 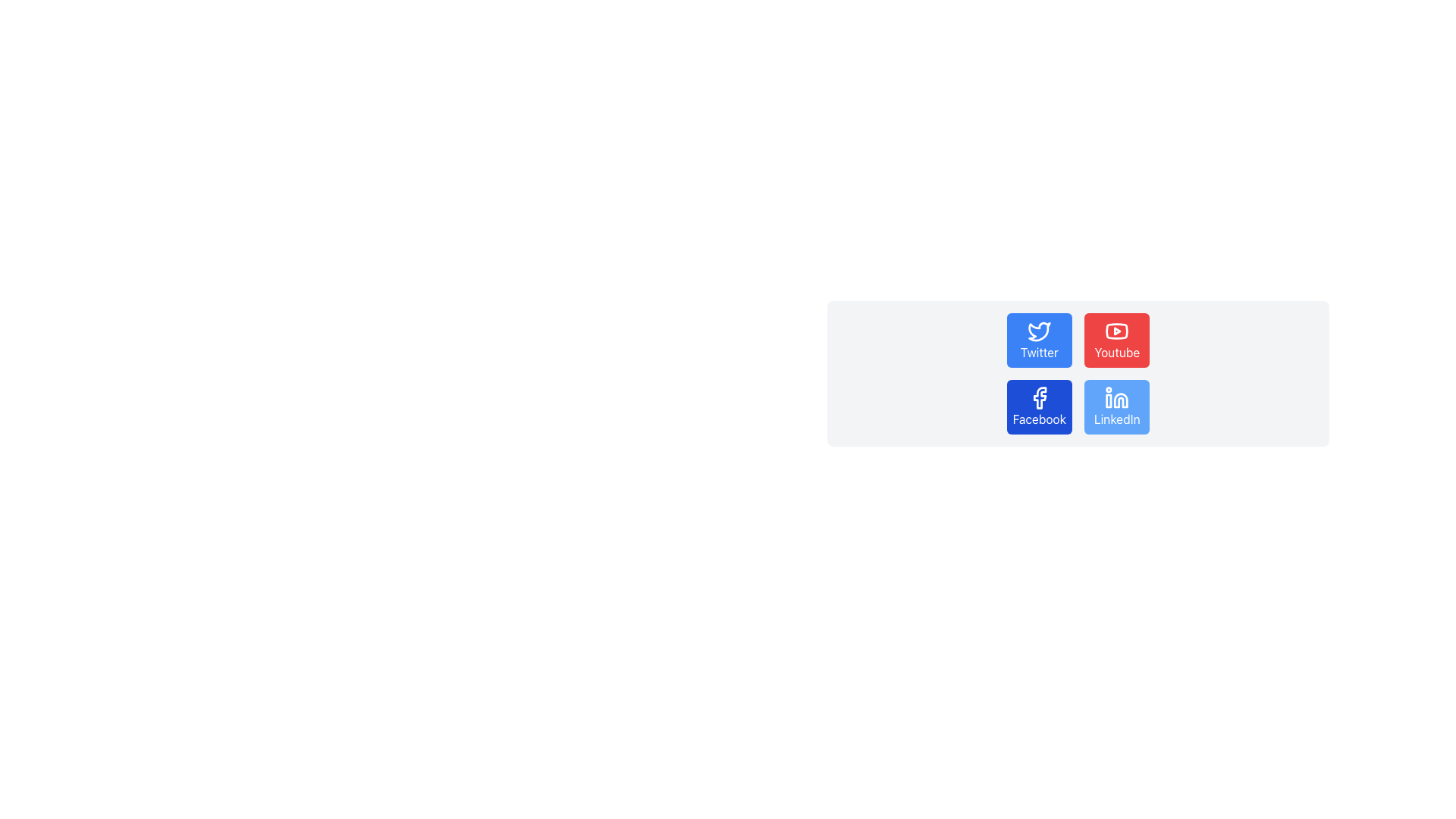 What do you see at coordinates (1117, 406) in the screenshot?
I see `the 'LinkedIn' button with a light blue background and white text` at bounding box center [1117, 406].